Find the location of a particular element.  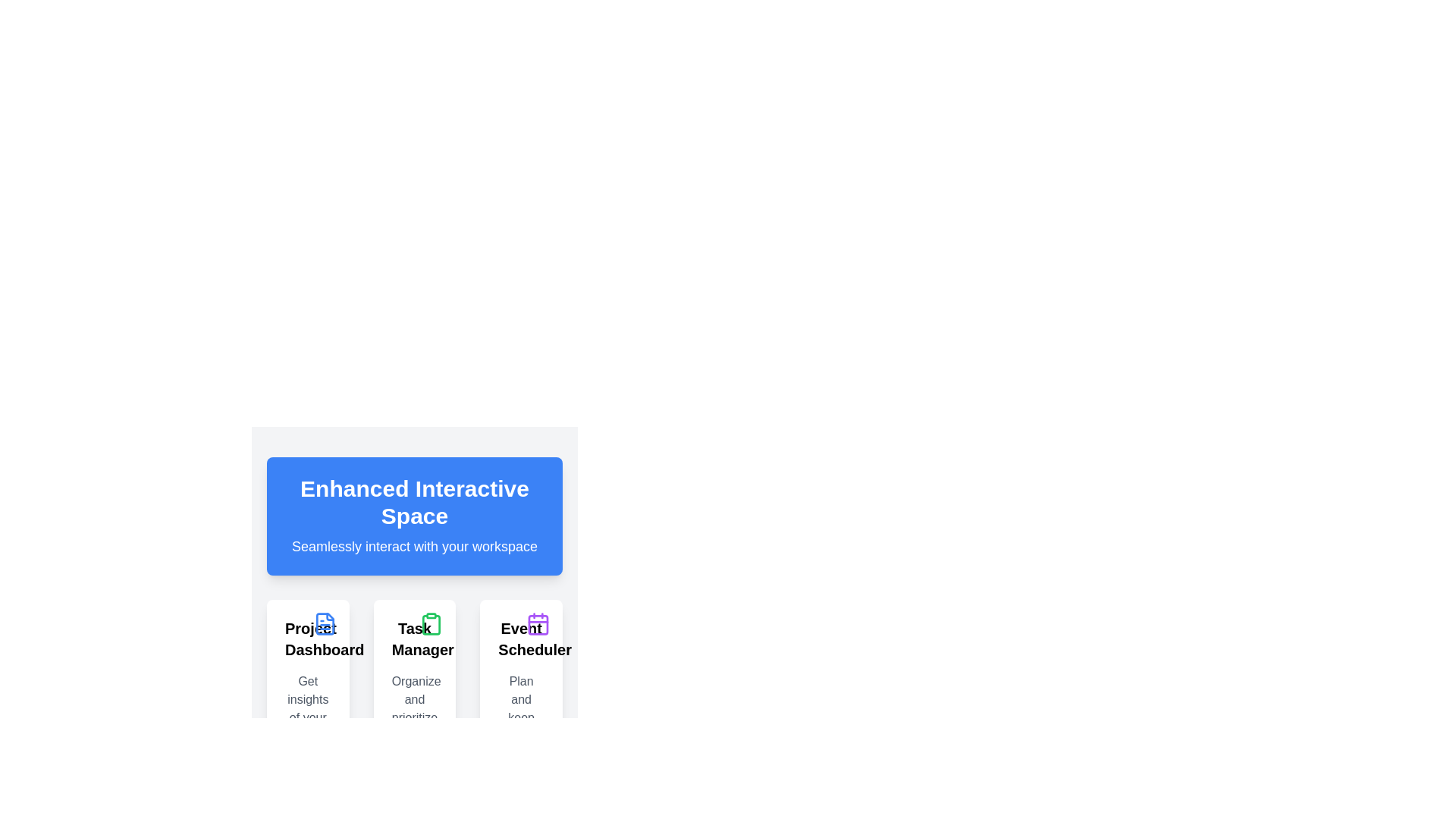

the clipboard icon is located at coordinates (431, 623).